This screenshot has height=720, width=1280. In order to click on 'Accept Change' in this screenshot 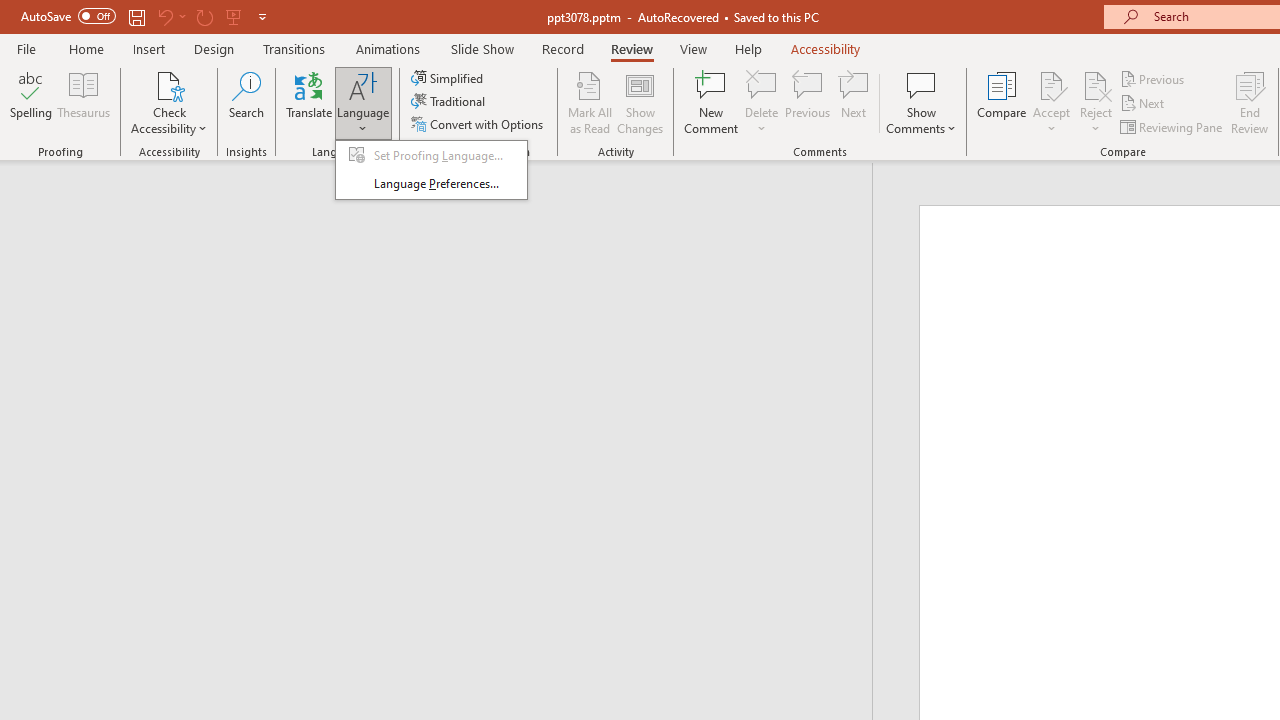, I will do `click(1050, 84)`.